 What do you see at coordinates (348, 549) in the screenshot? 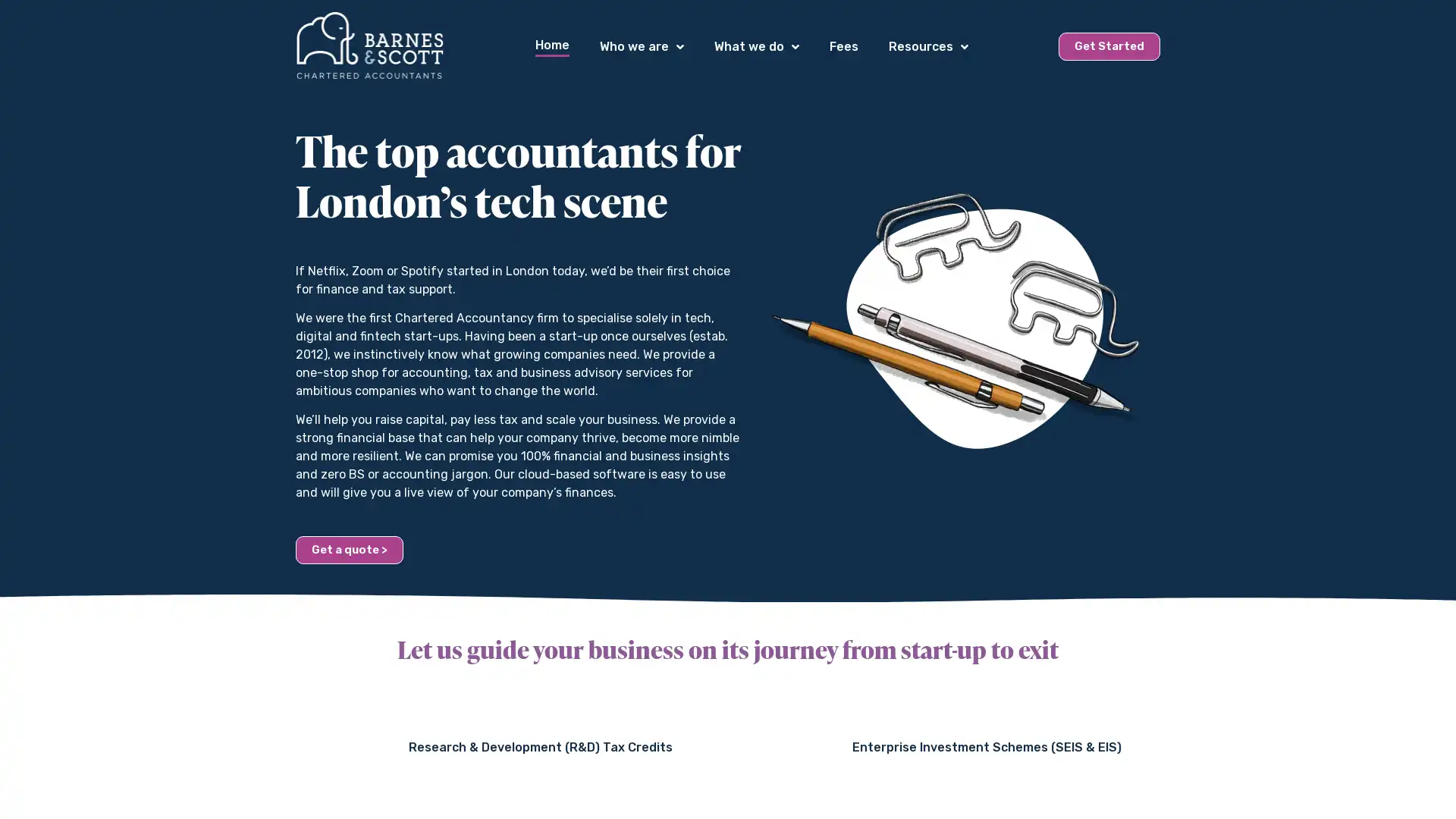
I see `Get a quote >` at bounding box center [348, 549].